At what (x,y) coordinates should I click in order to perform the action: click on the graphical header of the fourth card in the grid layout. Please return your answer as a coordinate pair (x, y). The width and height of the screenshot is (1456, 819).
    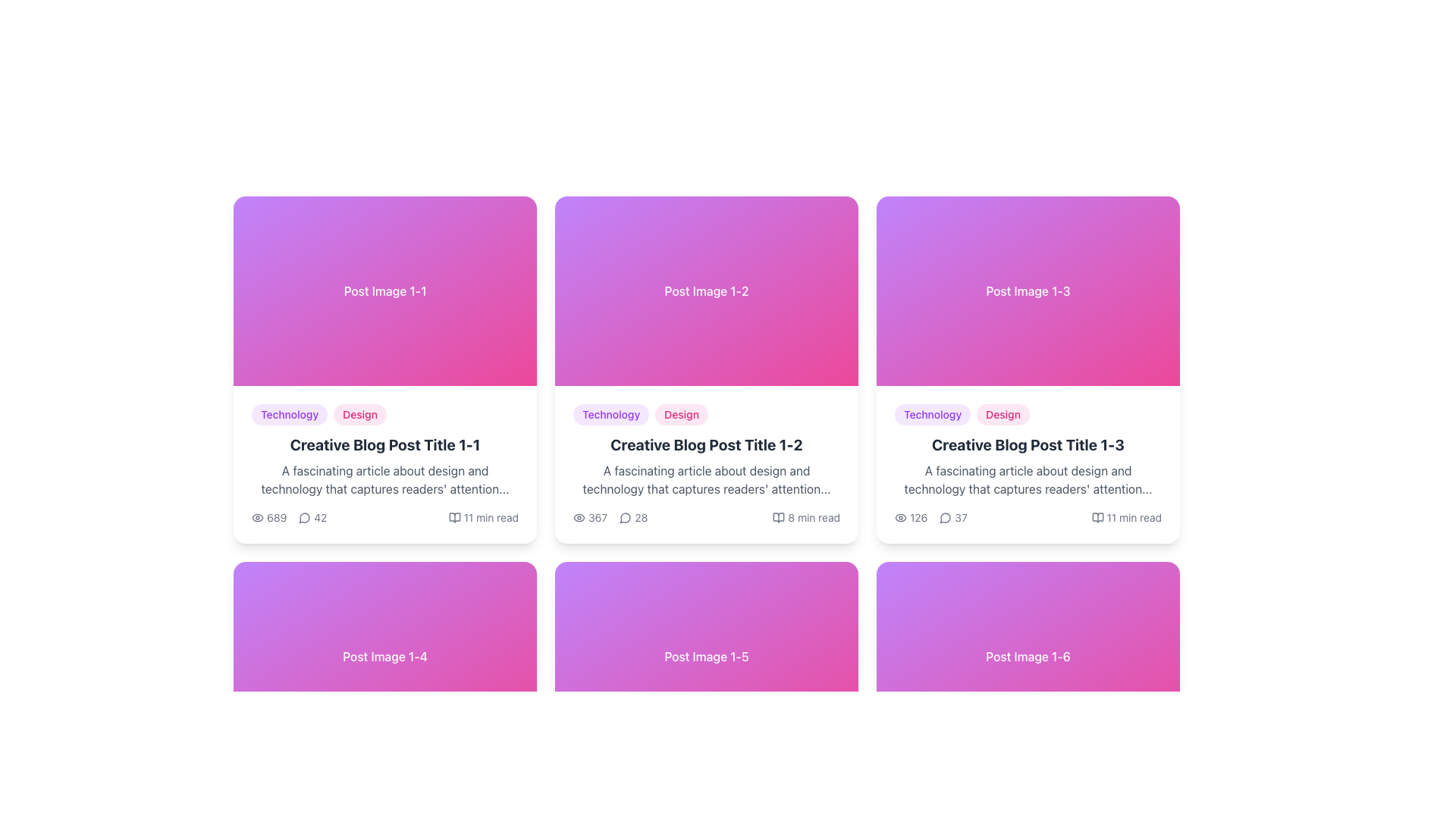
    Looking at the image, I should click on (385, 656).